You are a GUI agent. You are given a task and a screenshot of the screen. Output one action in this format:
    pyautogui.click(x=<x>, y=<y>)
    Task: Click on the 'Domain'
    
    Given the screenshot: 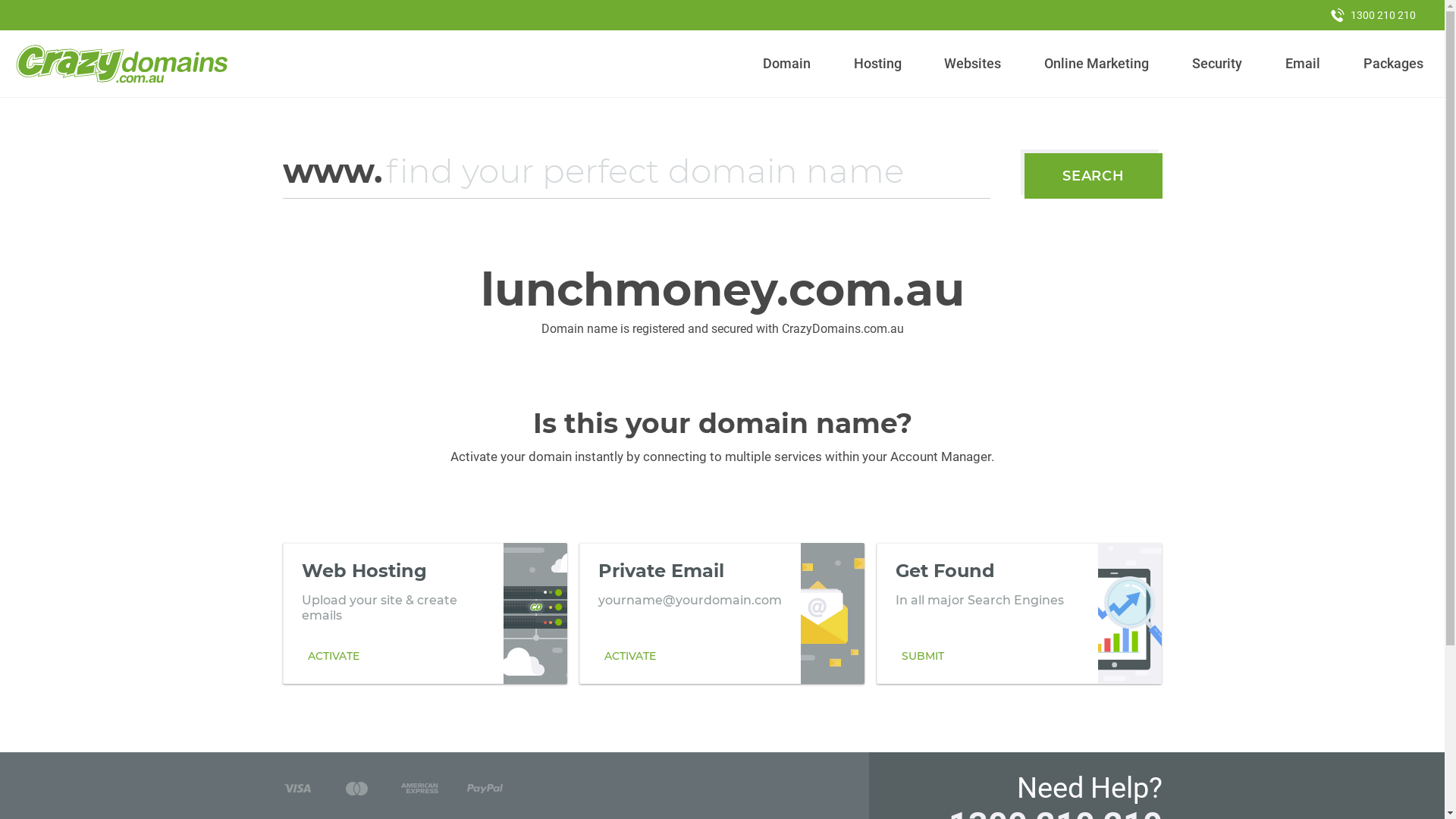 What is the action you would take?
    pyautogui.click(x=786, y=63)
    